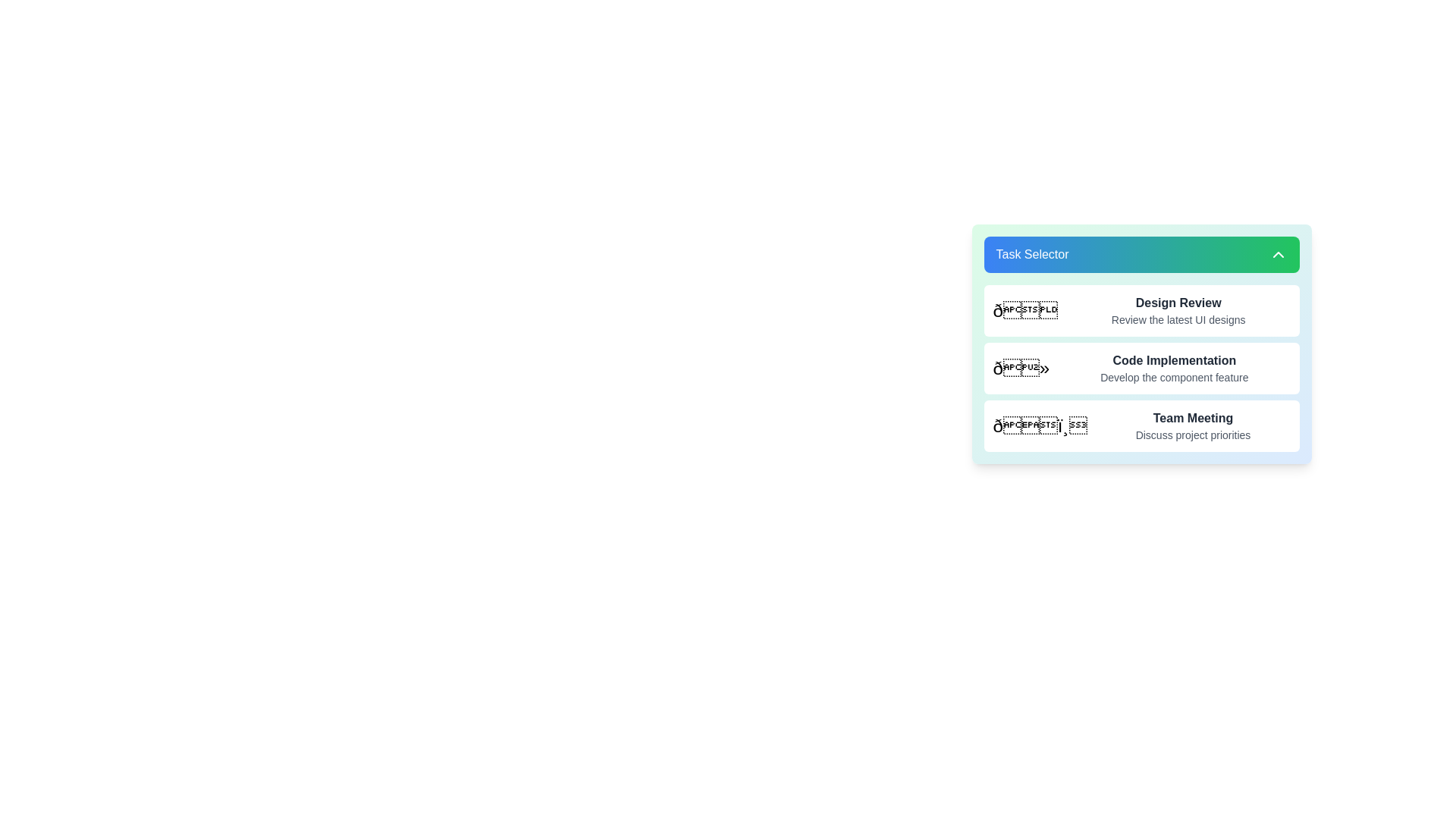 This screenshot has width=1456, height=819. Describe the element at coordinates (1173, 360) in the screenshot. I see `the main label that serves as the title for the task or list entry located at the top of the second item in a vertically arranged list` at that location.